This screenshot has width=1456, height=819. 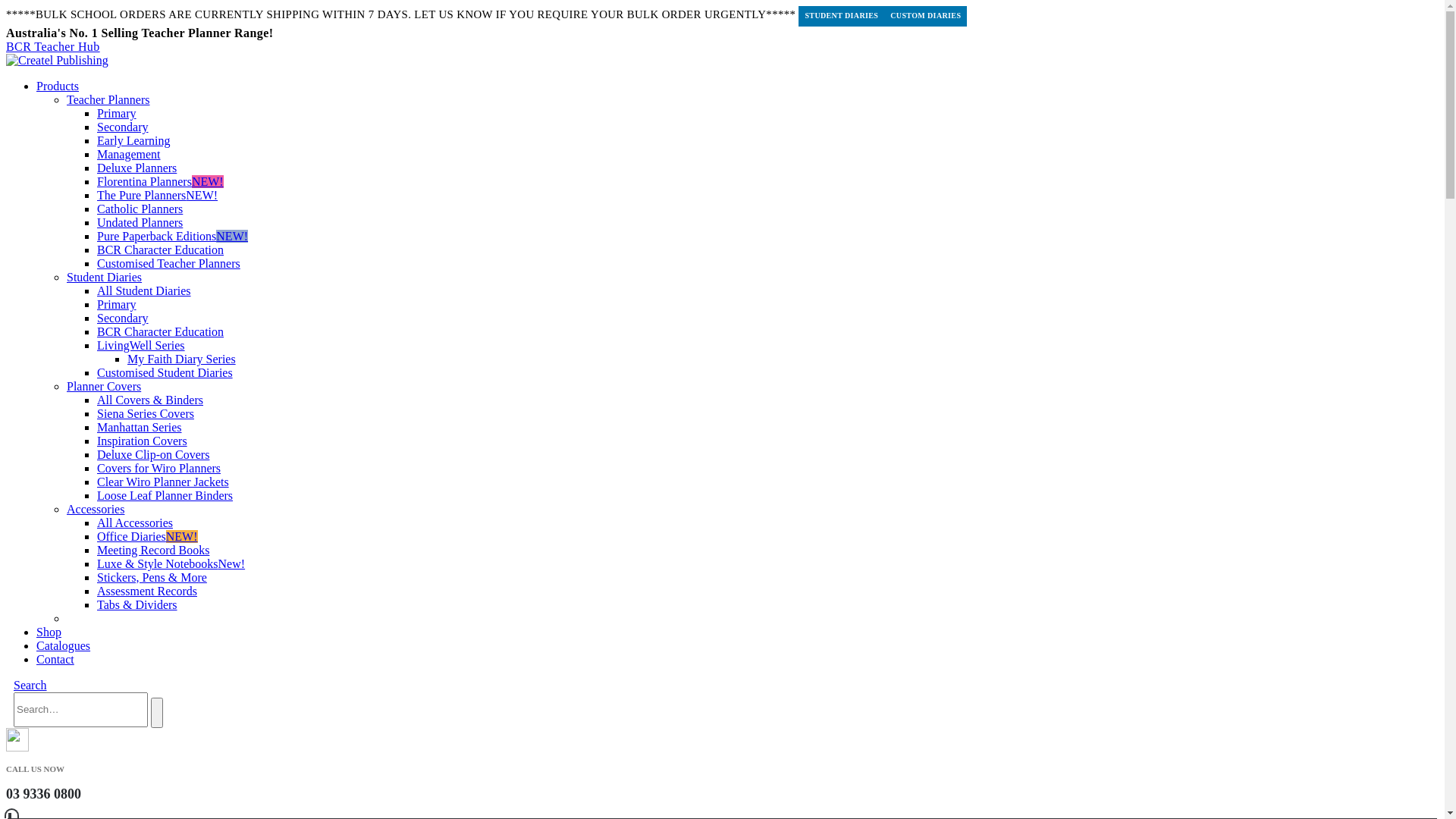 I want to click on 'Loose Leaf Planner Binders', so click(x=165, y=495).